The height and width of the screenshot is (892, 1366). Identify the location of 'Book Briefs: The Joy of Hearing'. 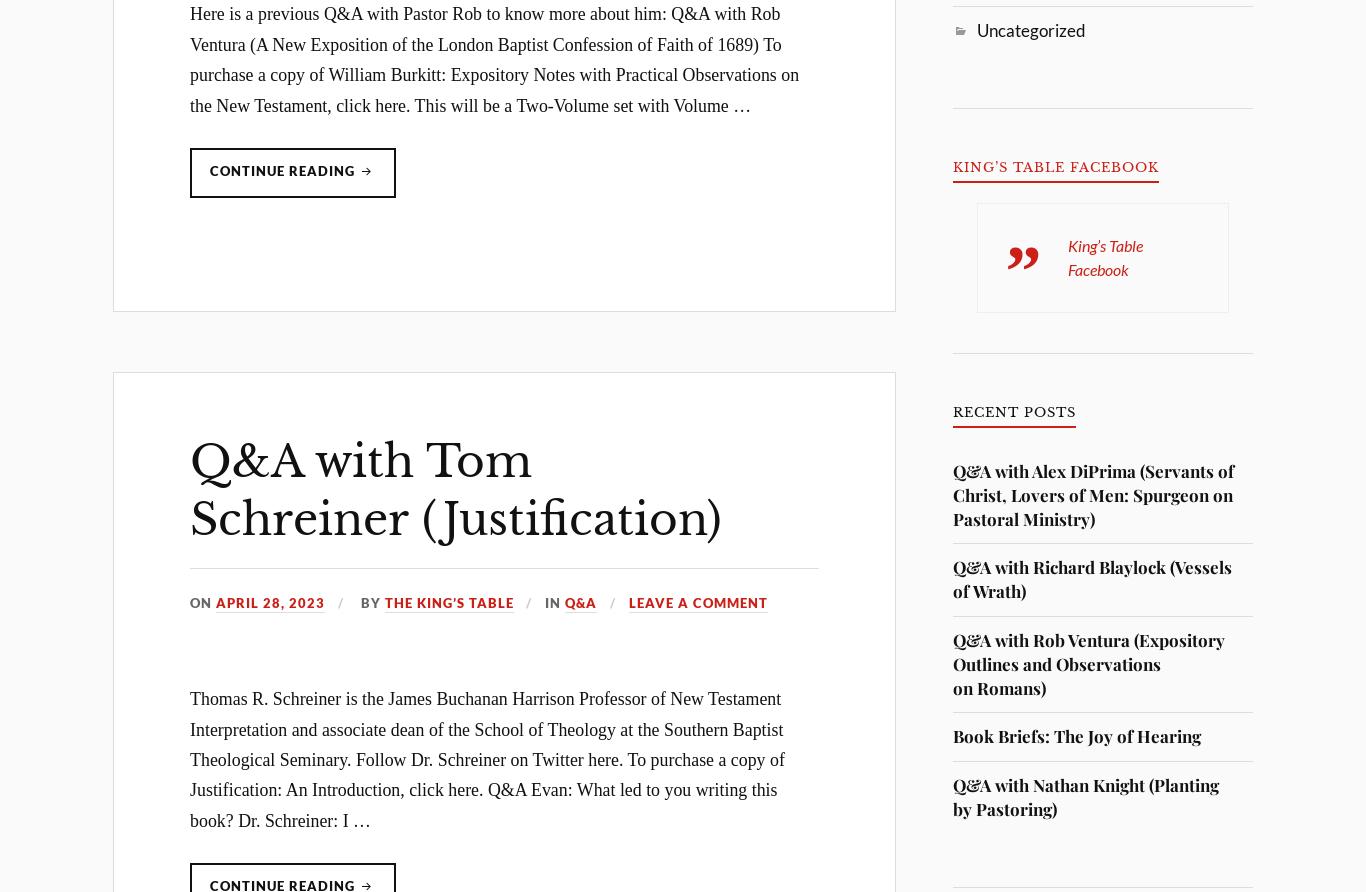
(1075, 735).